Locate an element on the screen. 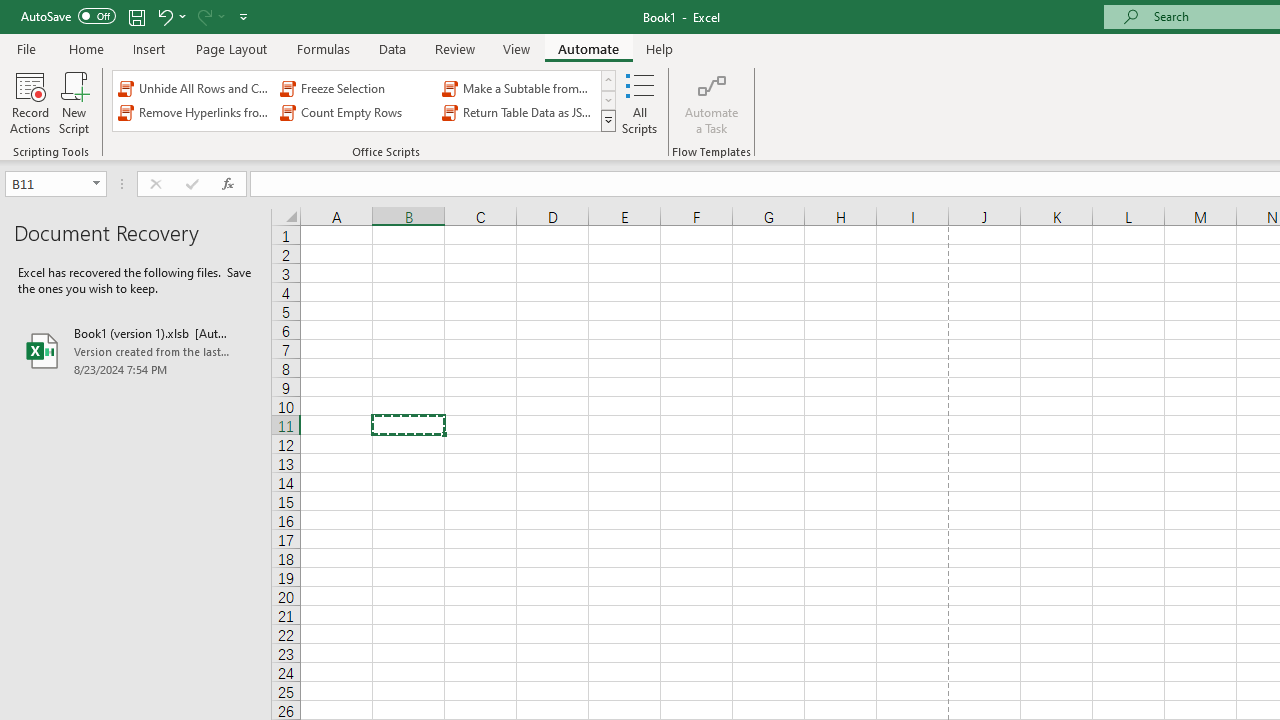 This screenshot has width=1280, height=720. 'New Script' is located at coordinates (73, 103).